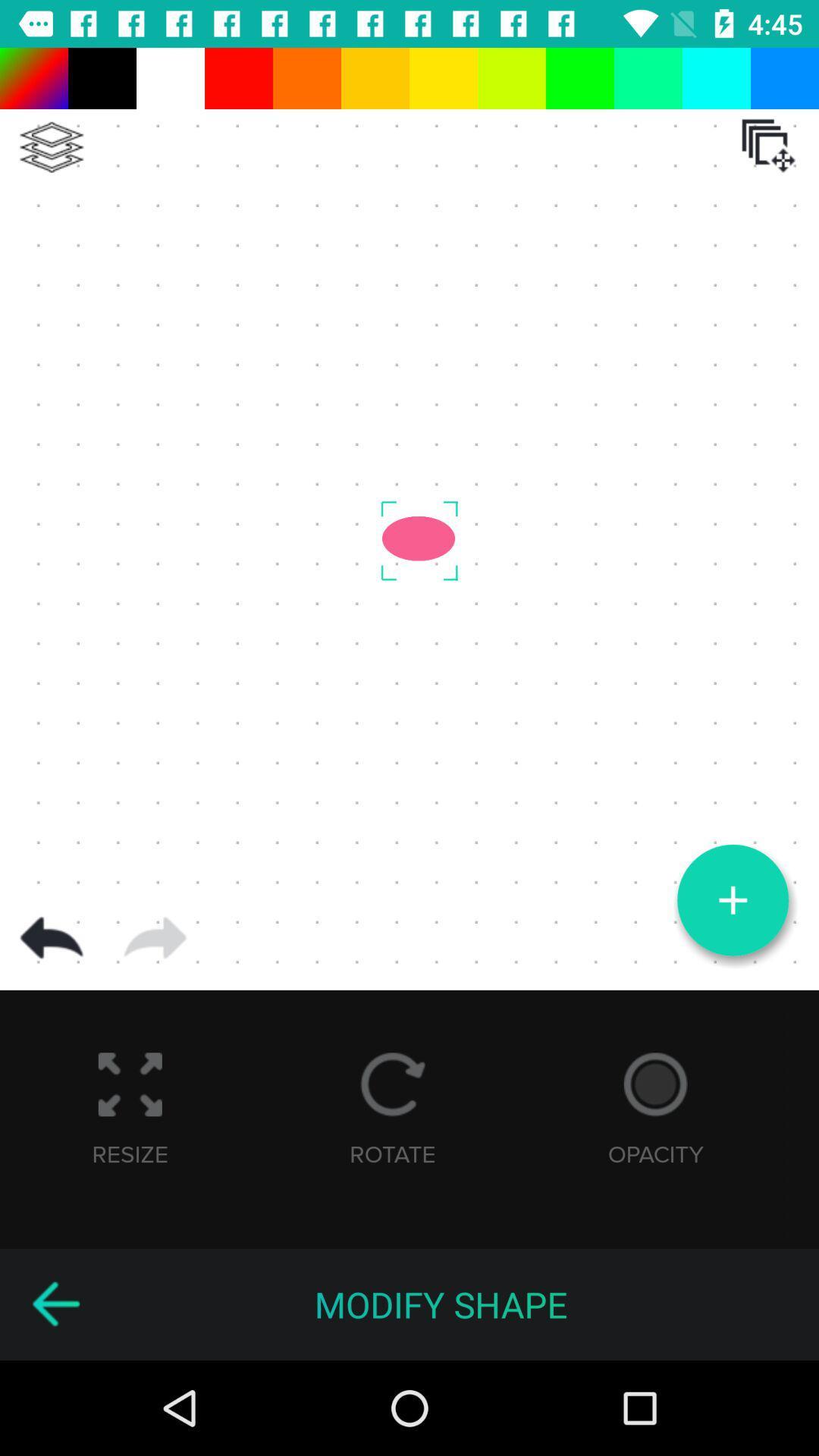  What do you see at coordinates (55, 1304) in the screenshot?
I see `go back` at bounding box center [55, 1304].